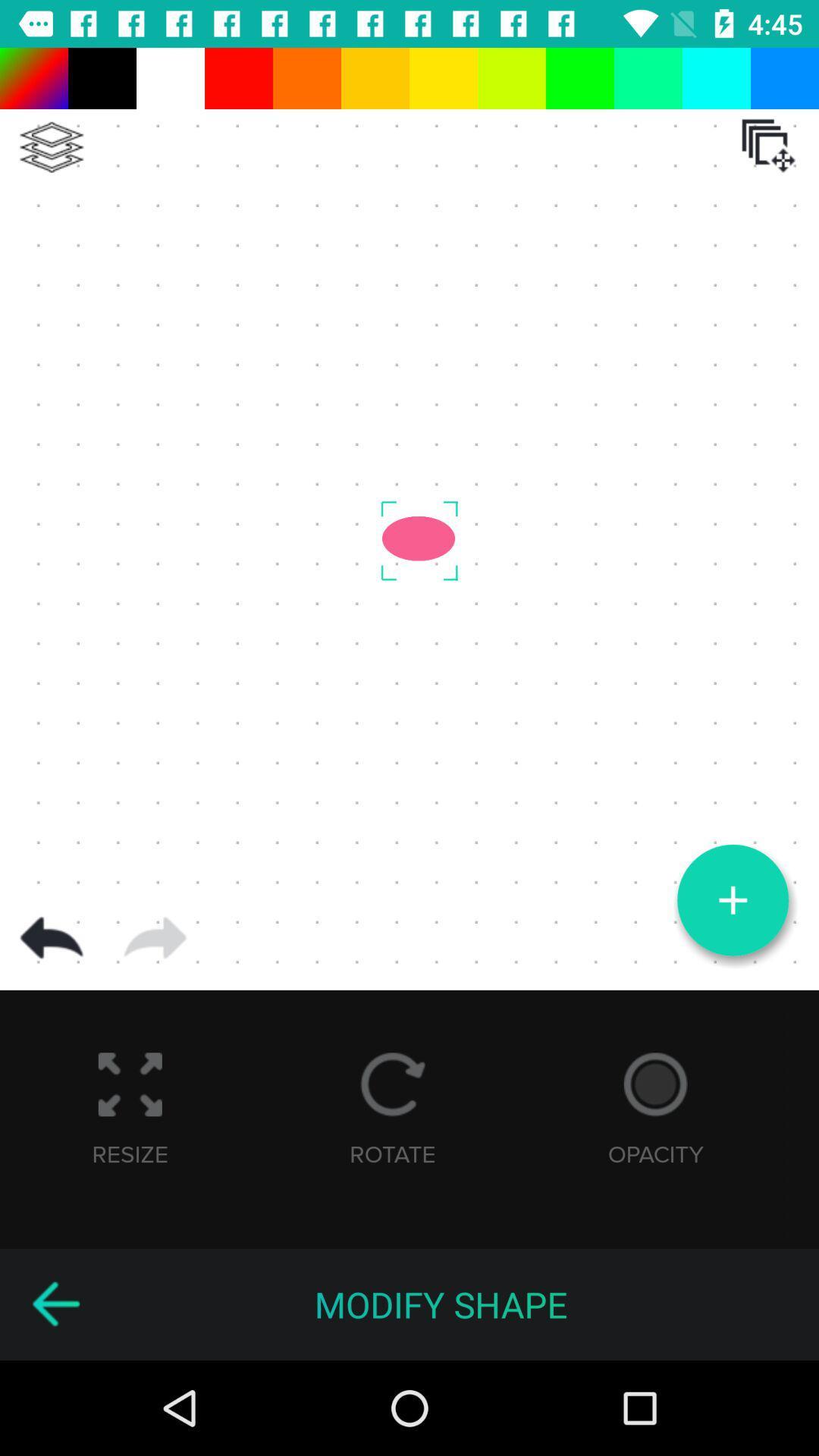  What do you see at coordinates (55, 1304) in the screenshot?
I see `go back` at bounding box center [55, 1304].